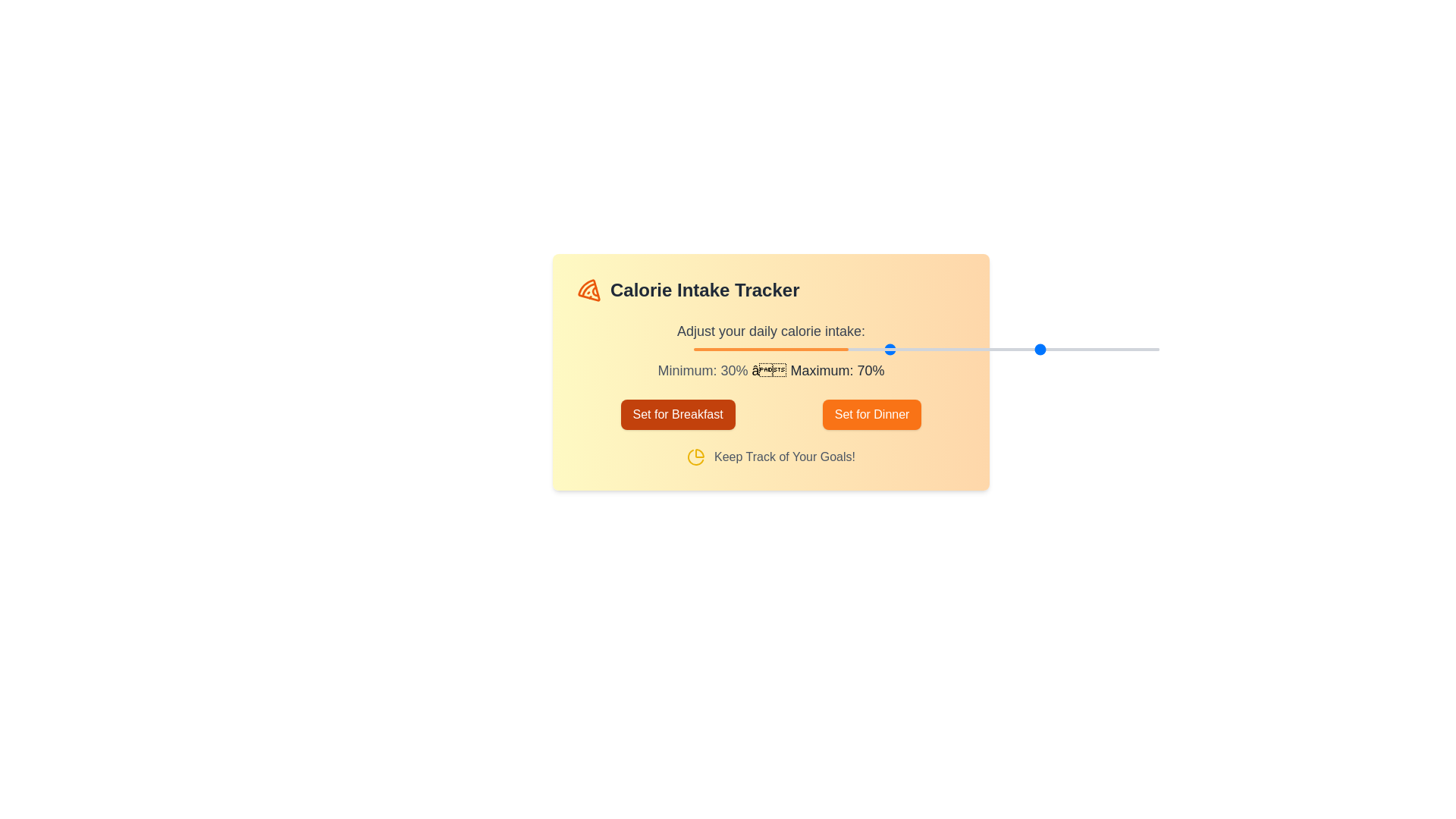 This screenshot has width=1456, height=819. I want to click on the 'Dinner' configuration button located to the right of the 'Set for Breakfast' button in the calorie intake tracker interface to apply settings for dinner, so click(872, 415).